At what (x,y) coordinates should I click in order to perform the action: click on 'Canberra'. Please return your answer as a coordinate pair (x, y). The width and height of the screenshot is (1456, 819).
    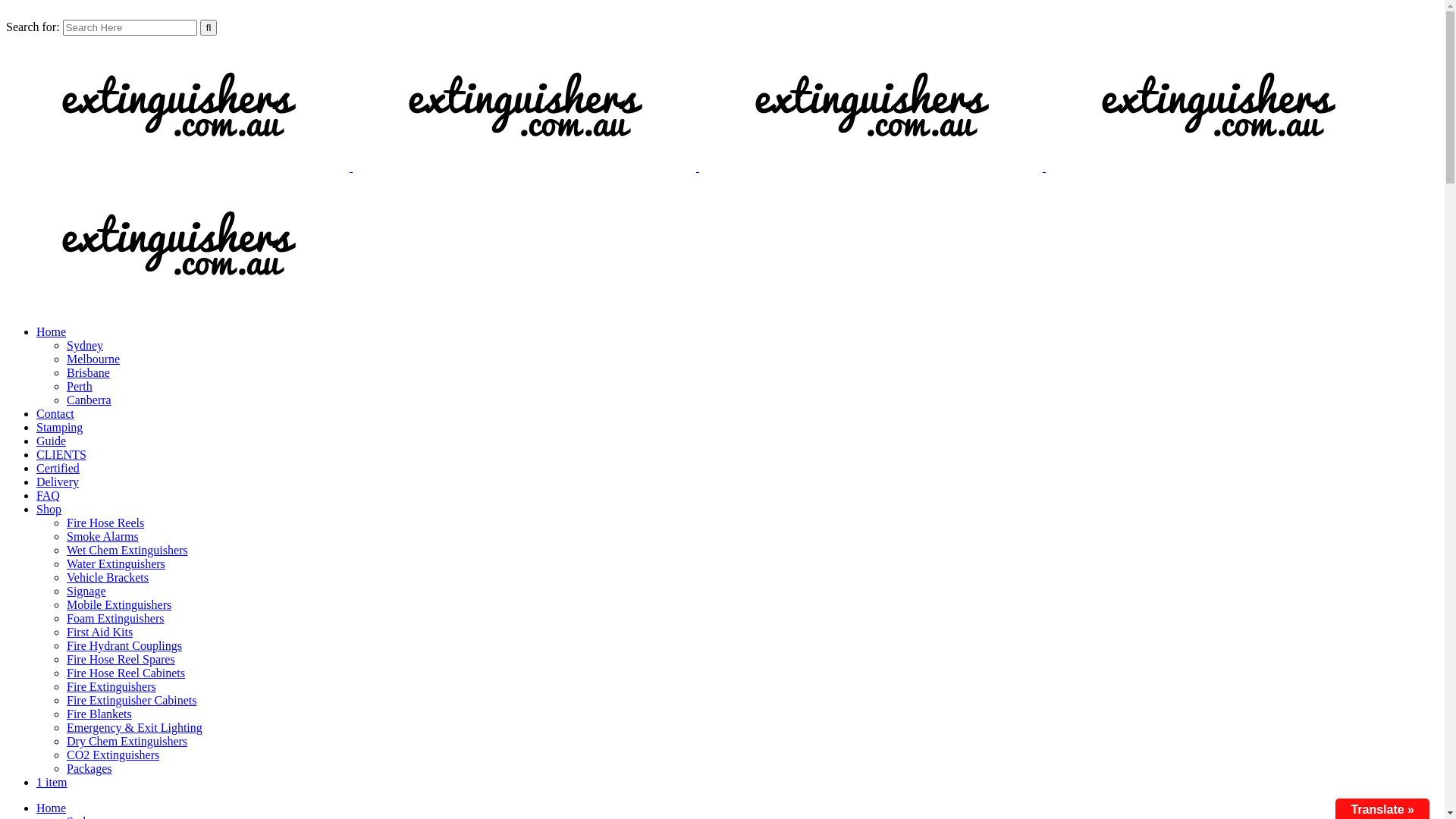
    Looking at the image, I should click on (88, 399).